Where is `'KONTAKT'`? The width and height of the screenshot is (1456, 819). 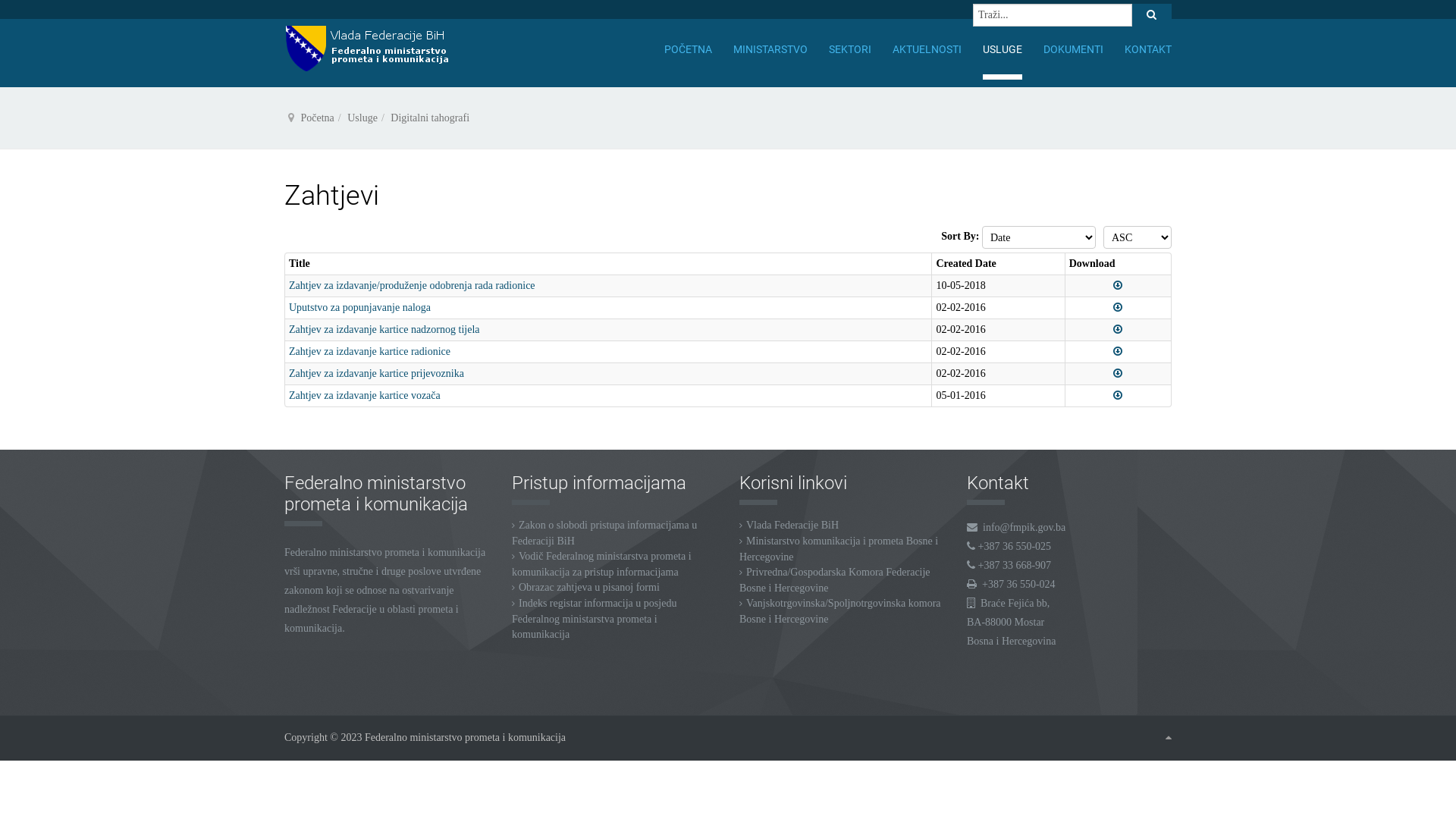 'KONTAKT' is located at coordinates (1125, 49).